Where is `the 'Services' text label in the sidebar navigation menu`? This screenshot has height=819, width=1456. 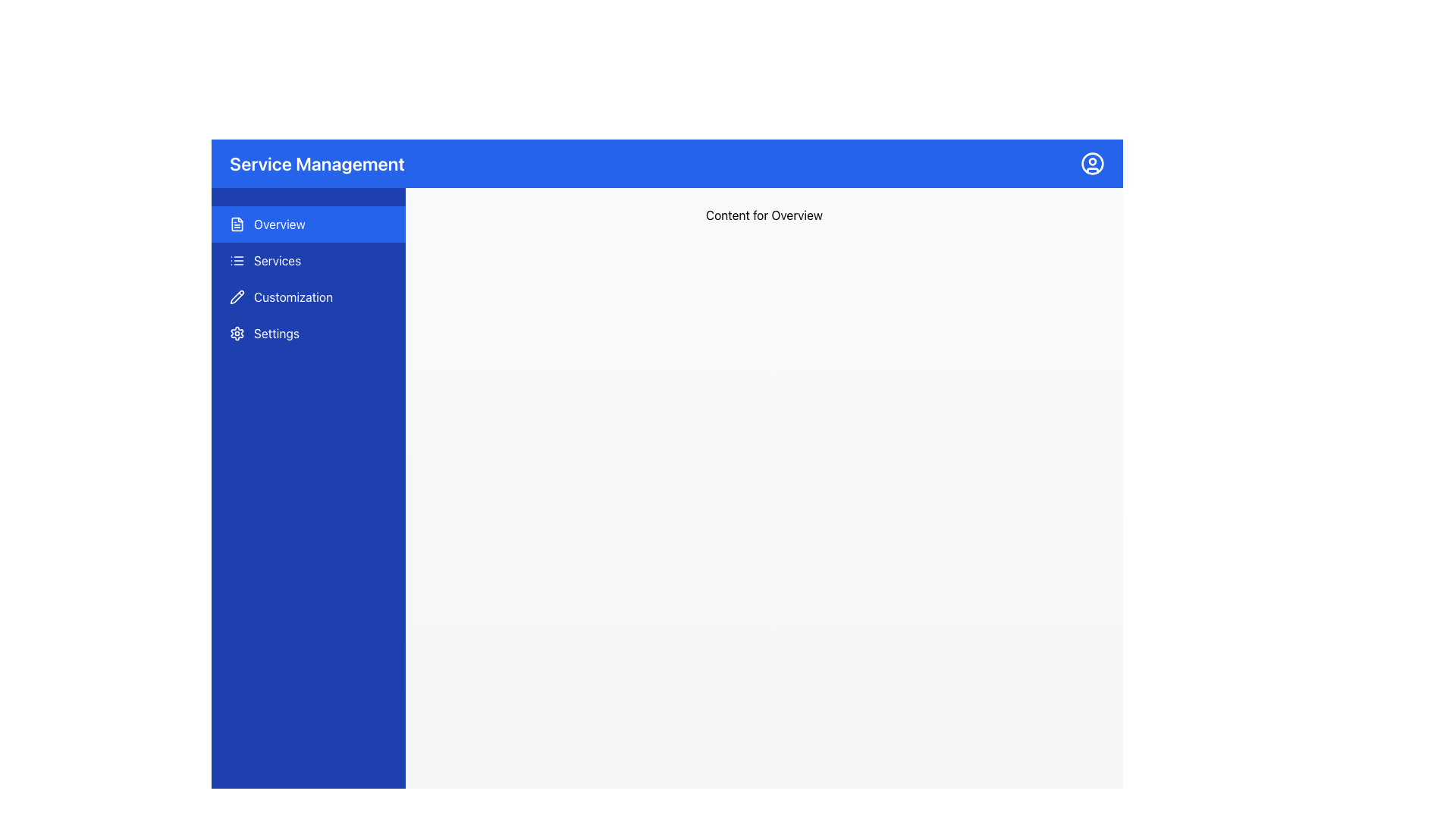 the 'Services' text label in the sidebar navigation menu is located at coordinates (278, 259).